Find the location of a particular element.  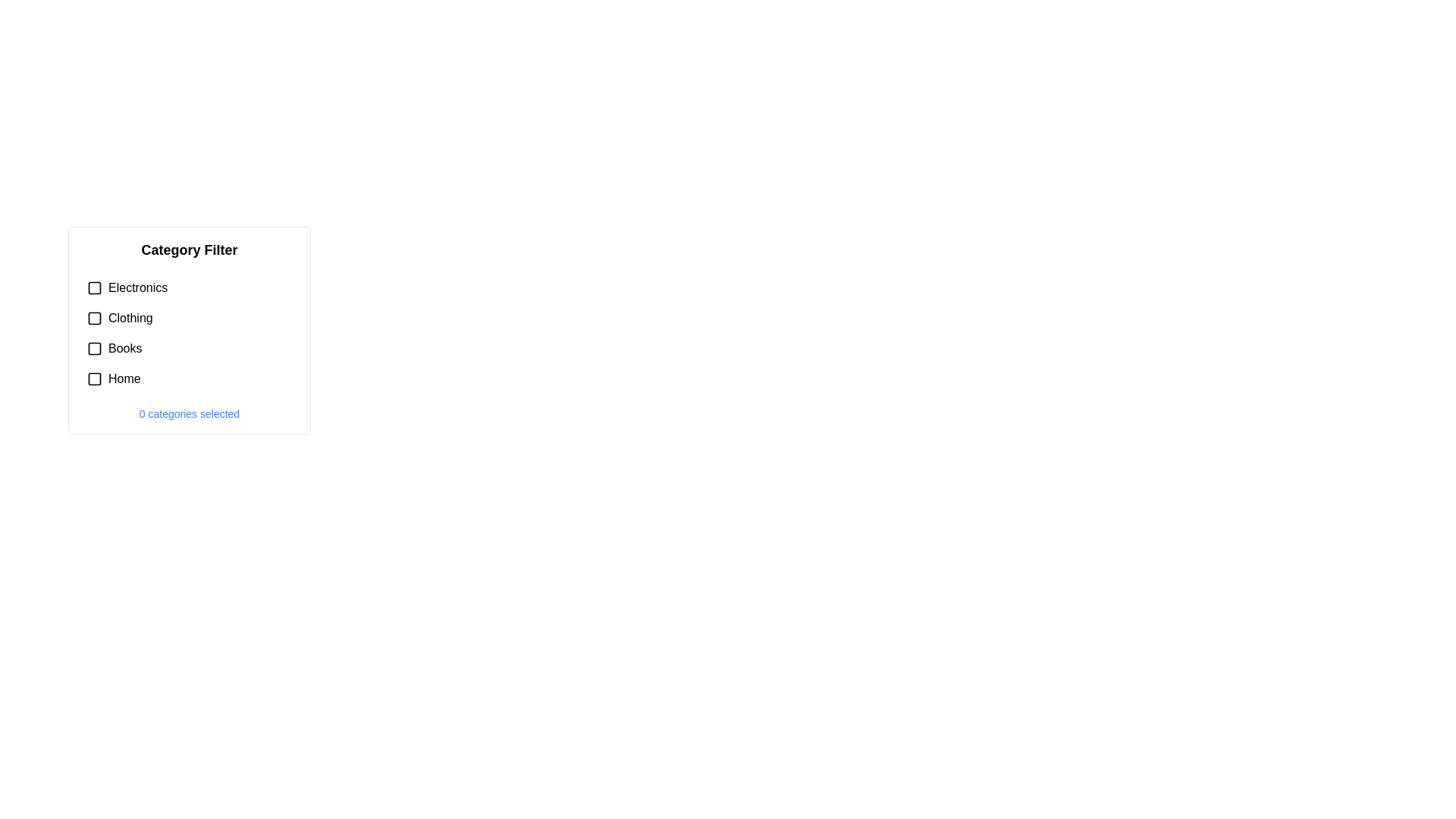

the checkbox associated with the 'Home' category in the category filter interface is located at coordinates (93, 378).